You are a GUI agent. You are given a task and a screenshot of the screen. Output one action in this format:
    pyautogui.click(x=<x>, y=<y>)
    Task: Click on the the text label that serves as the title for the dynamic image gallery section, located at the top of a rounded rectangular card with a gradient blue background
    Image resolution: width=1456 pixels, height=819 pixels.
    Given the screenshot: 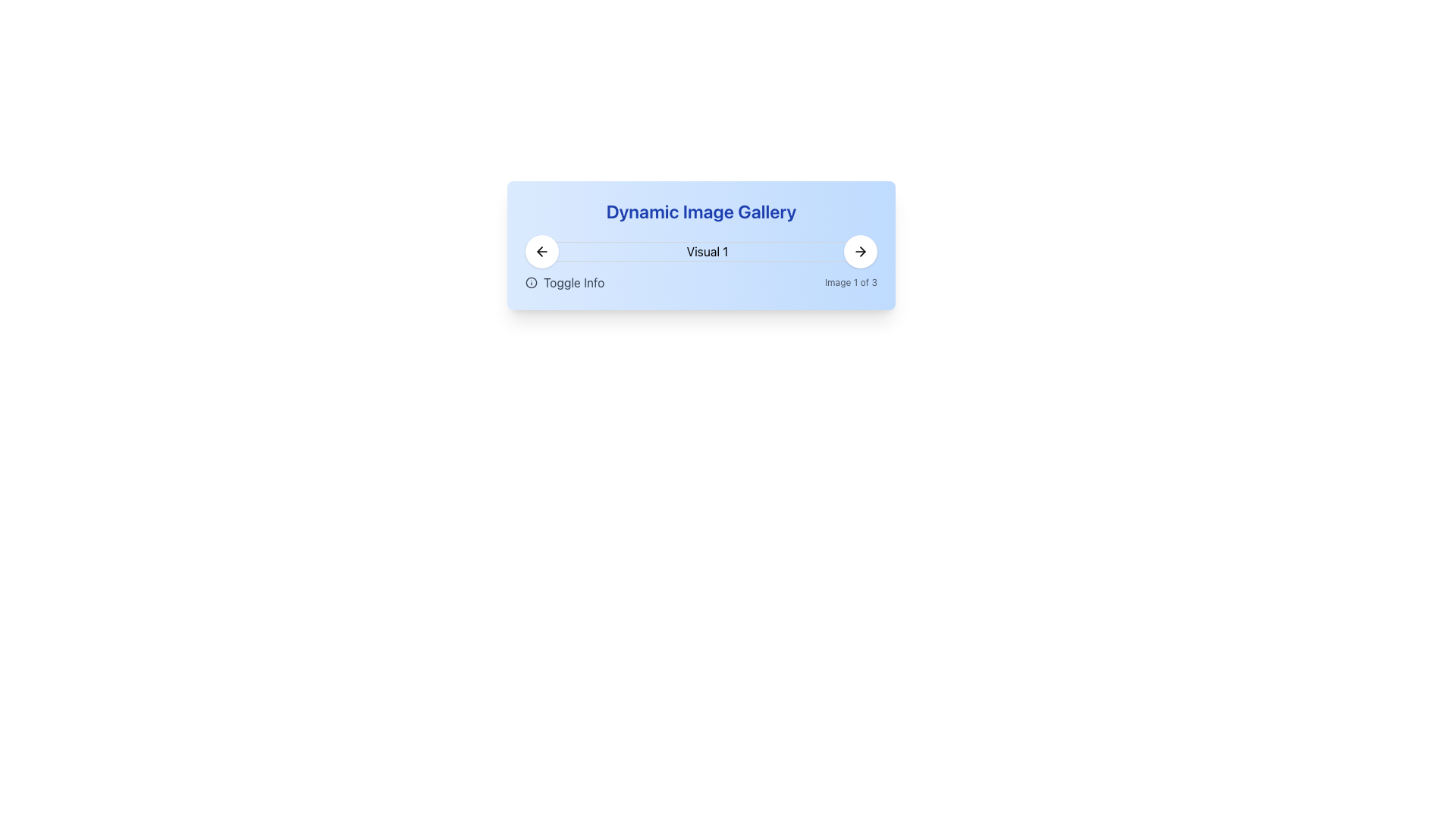 What is the action you would take?
    pyautogui.click(x=701, y=211)
    